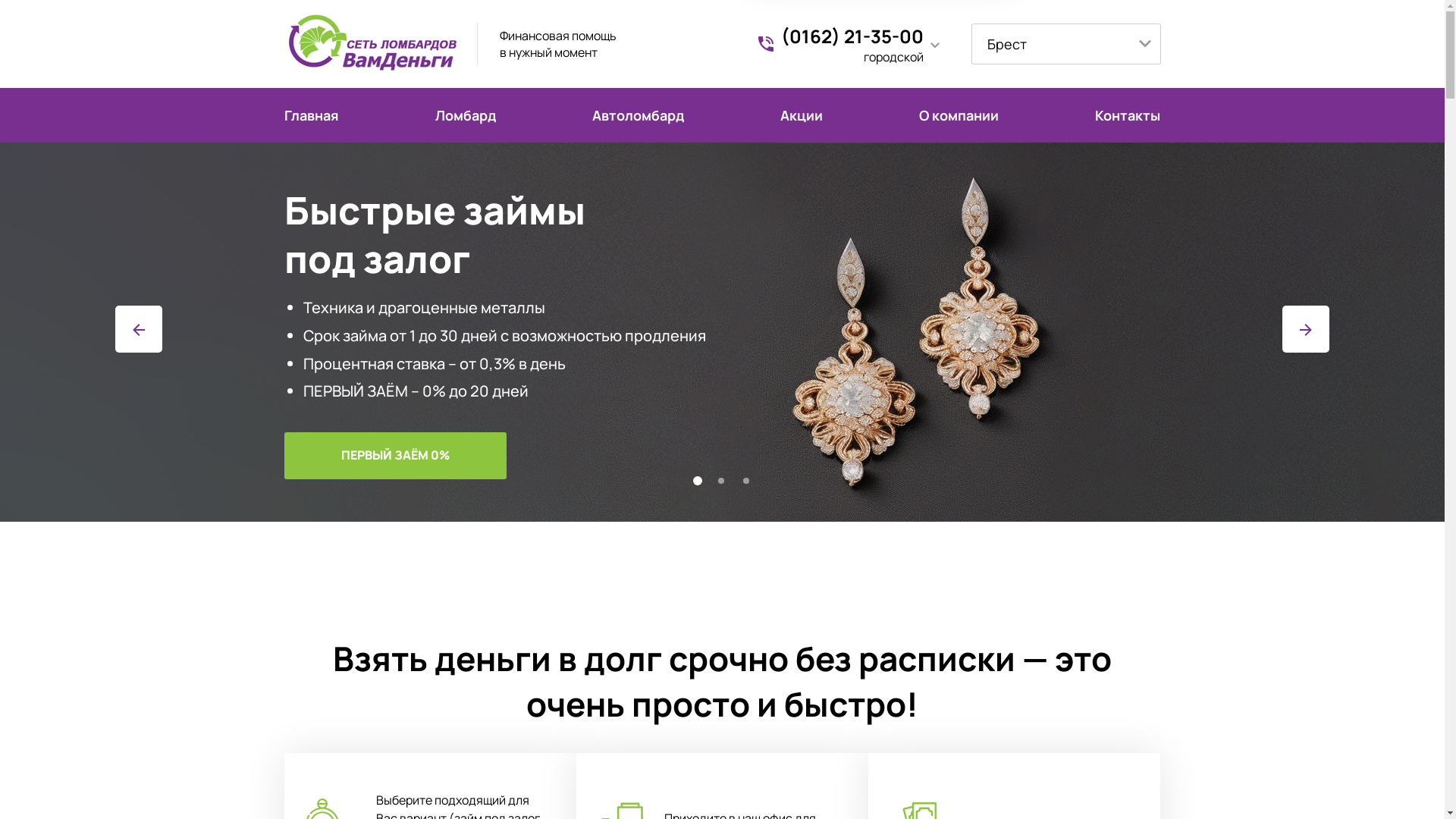 This screenshot has width=1456, height=819. What do you see at coordinates (724, 483) in the screenshot?
I see `'2'` at bounding box center [724, 483].